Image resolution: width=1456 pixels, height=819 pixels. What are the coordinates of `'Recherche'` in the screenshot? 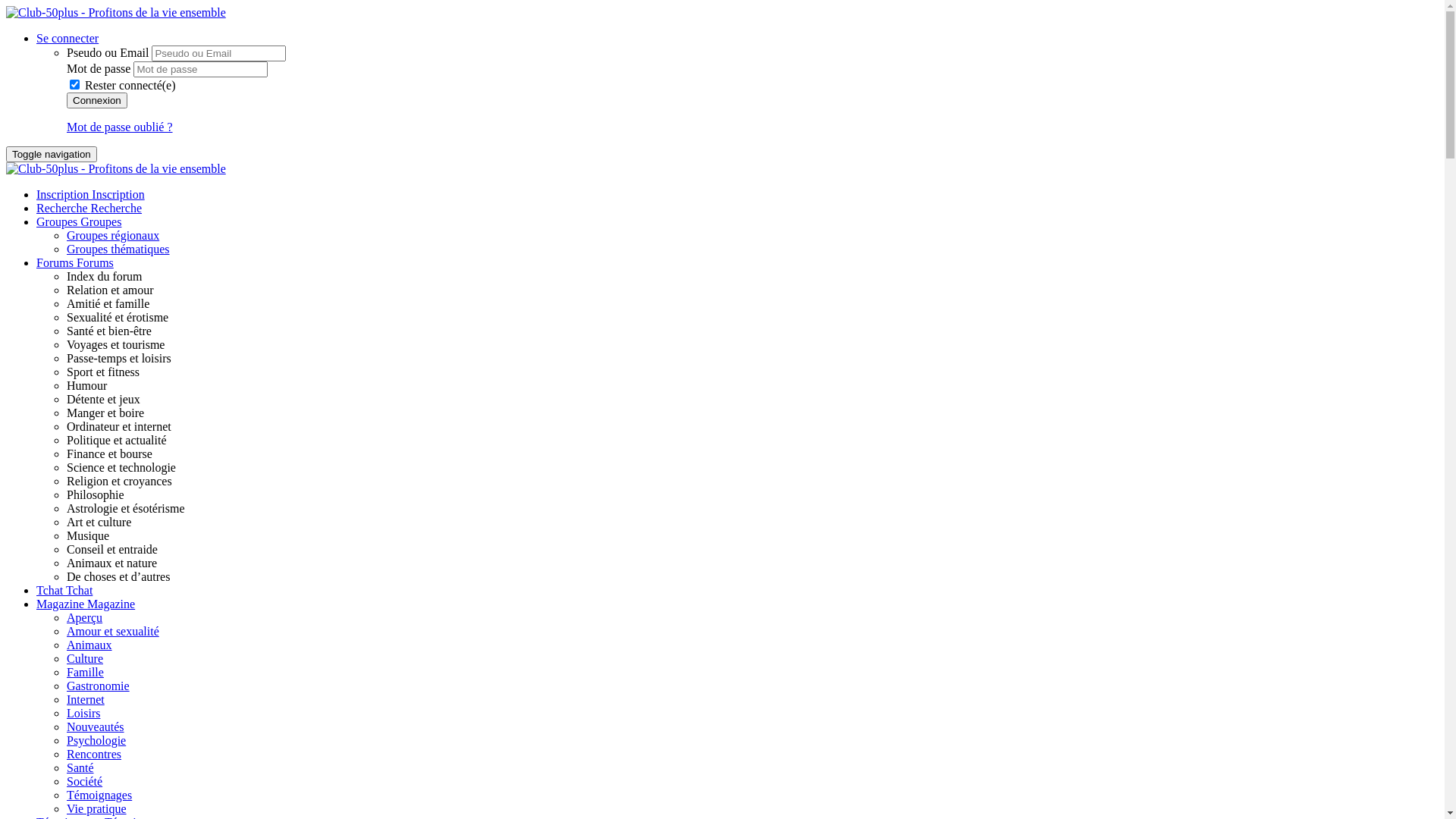 It's located at (62, 208).